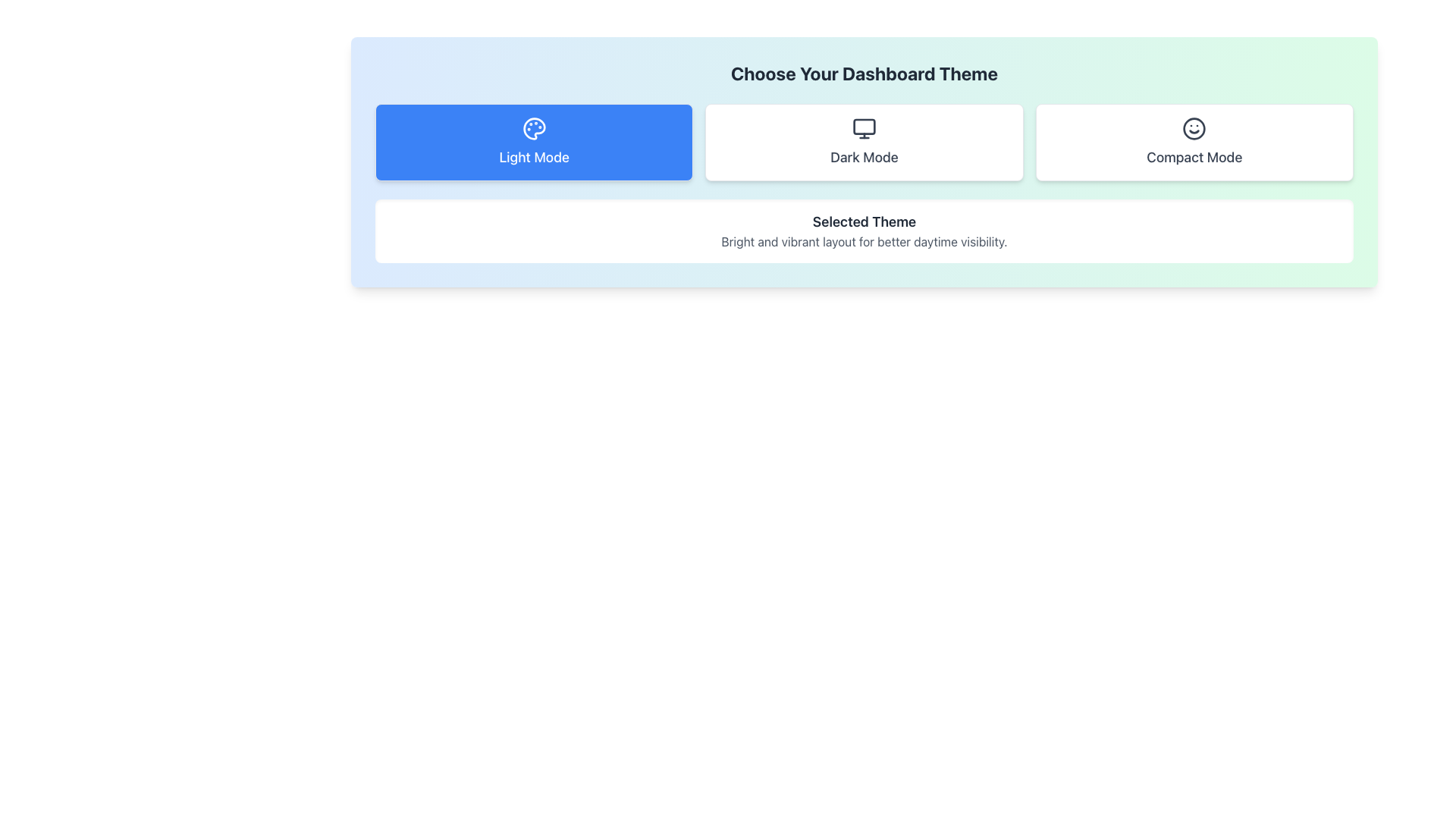  I want to click on the 'Light Mode' button, so click(534, 143).